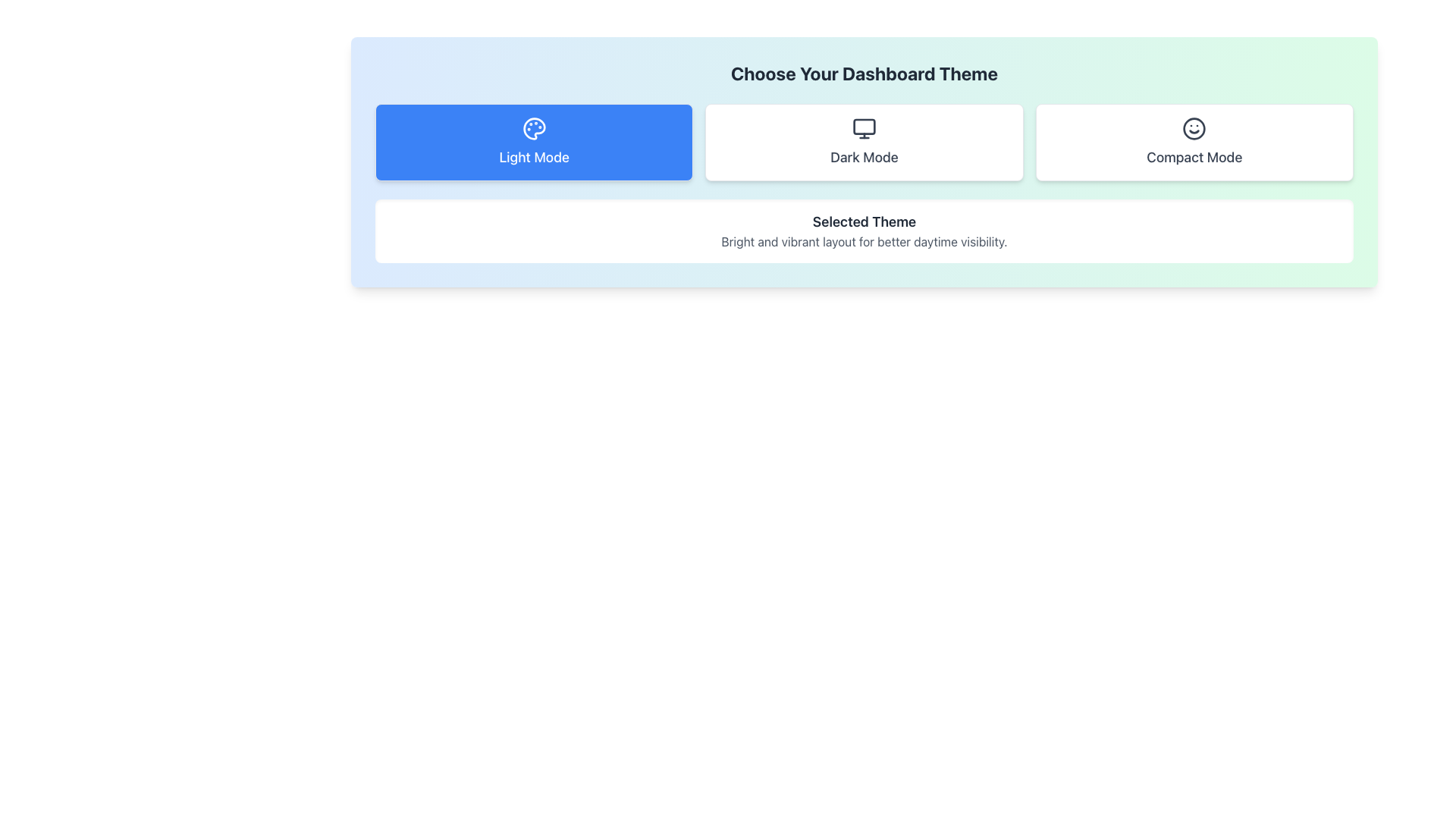  I want to click on the 'Light Mode' button, so click(534, 143).